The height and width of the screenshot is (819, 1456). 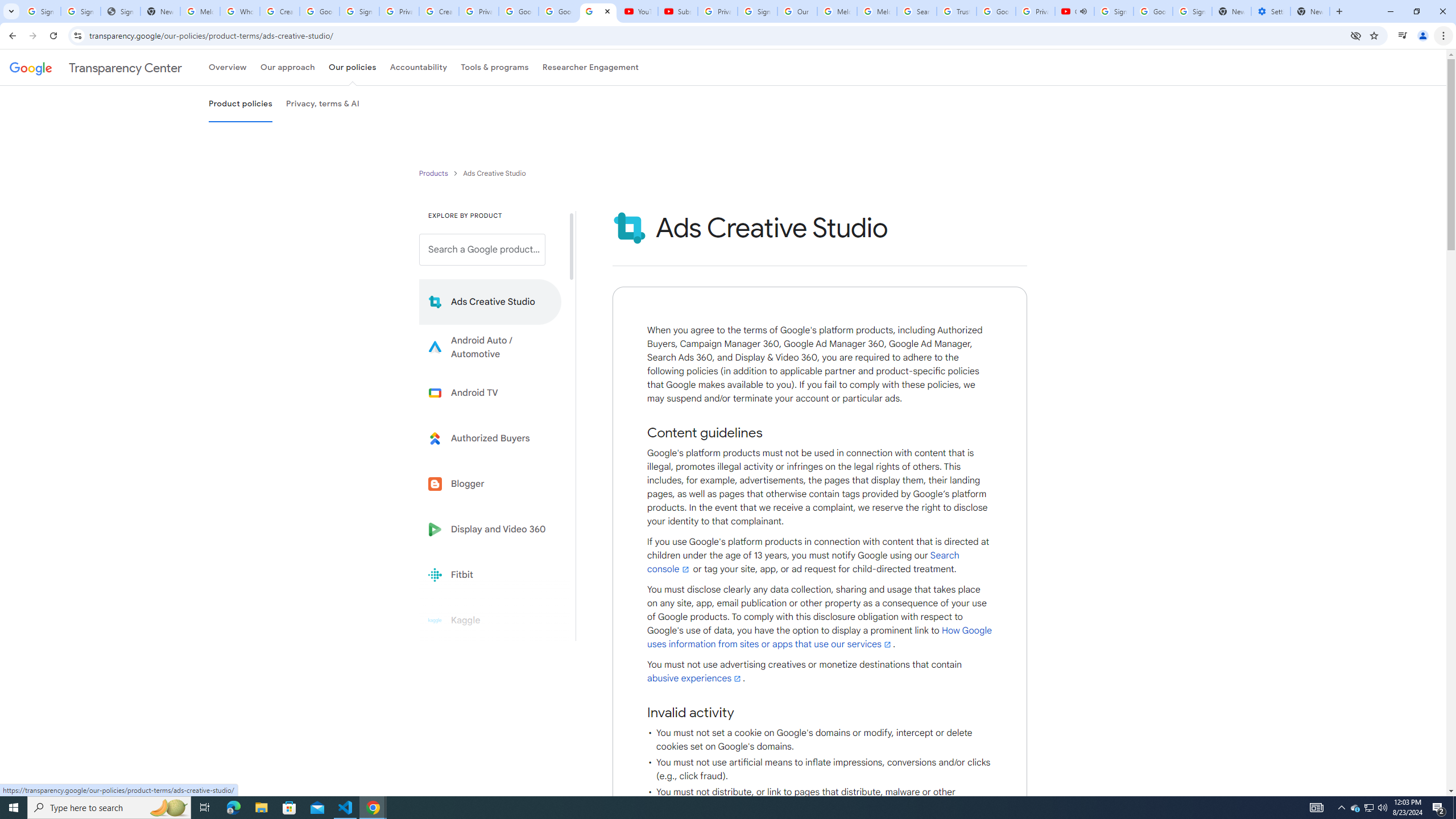 What do you see at coordinates (591, 67) in the screenshot?
I see `'Researcher Engagement'` at bounding box center [591, 67].